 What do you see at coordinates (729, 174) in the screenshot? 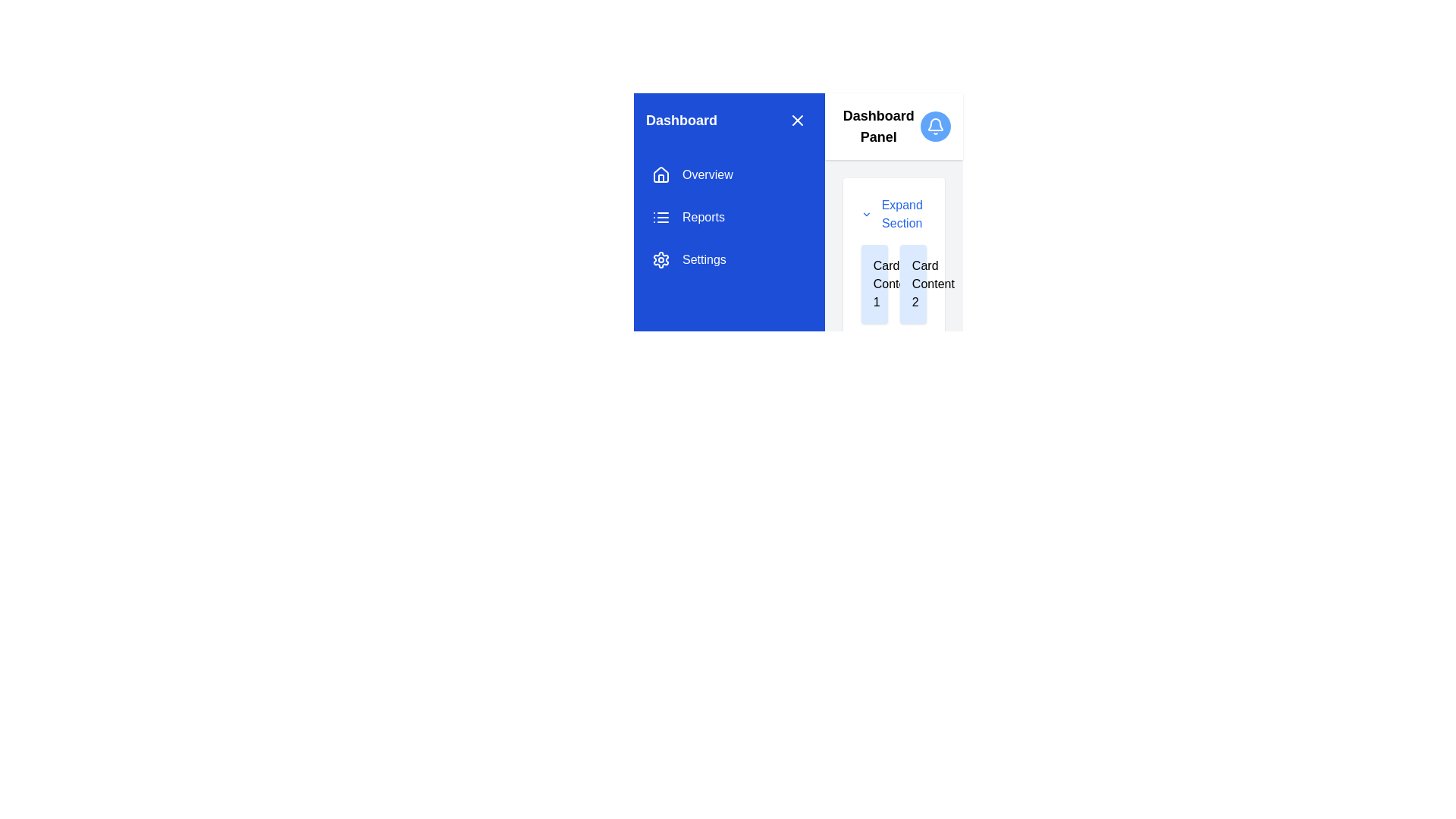
I see `the 'Overview' button in the vertical menu on the left panel` at bounding box center [729, 174].